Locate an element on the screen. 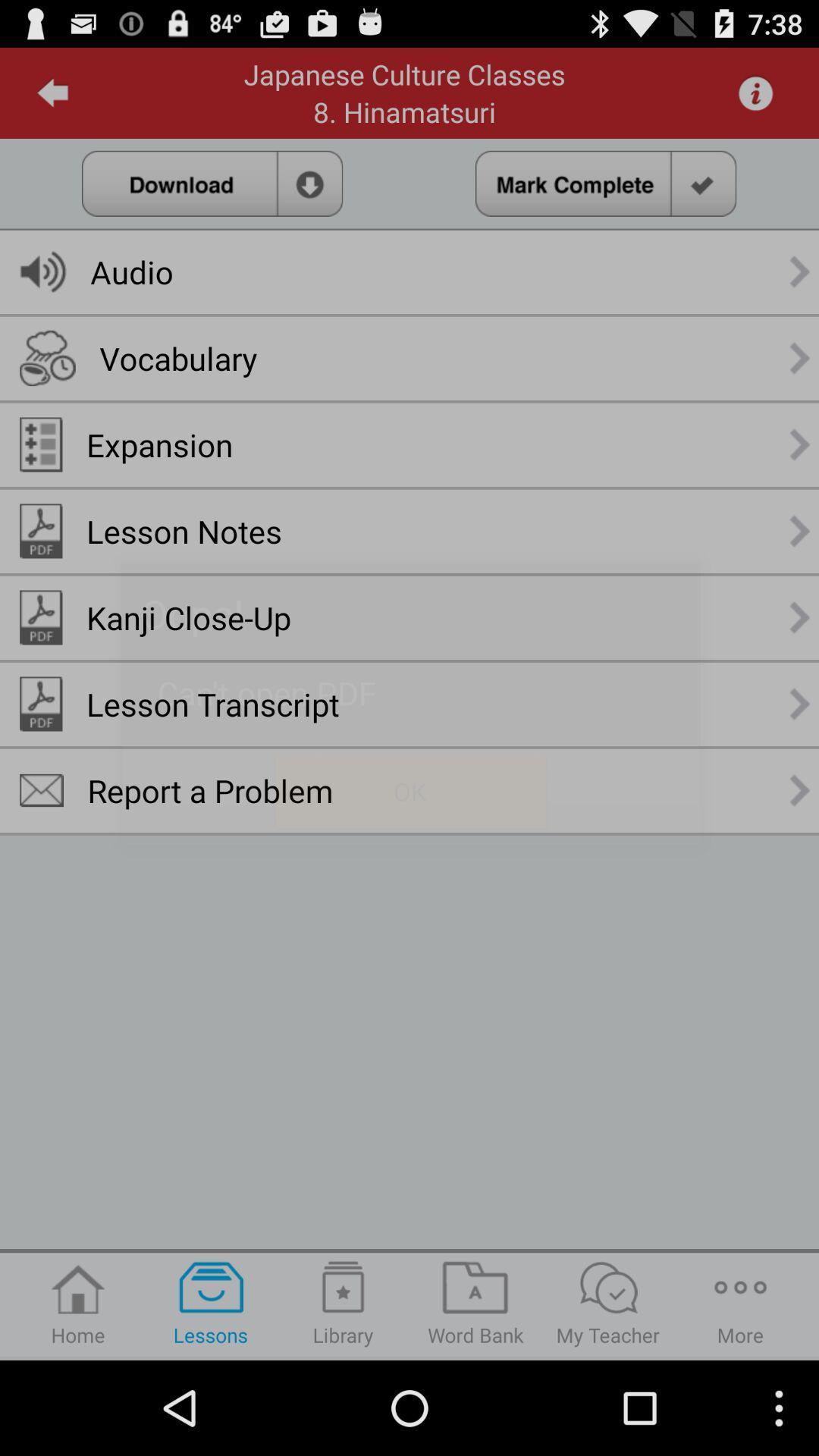 The image size is (819, 1456). the kanji close-up is located at coordinates (188, 617).